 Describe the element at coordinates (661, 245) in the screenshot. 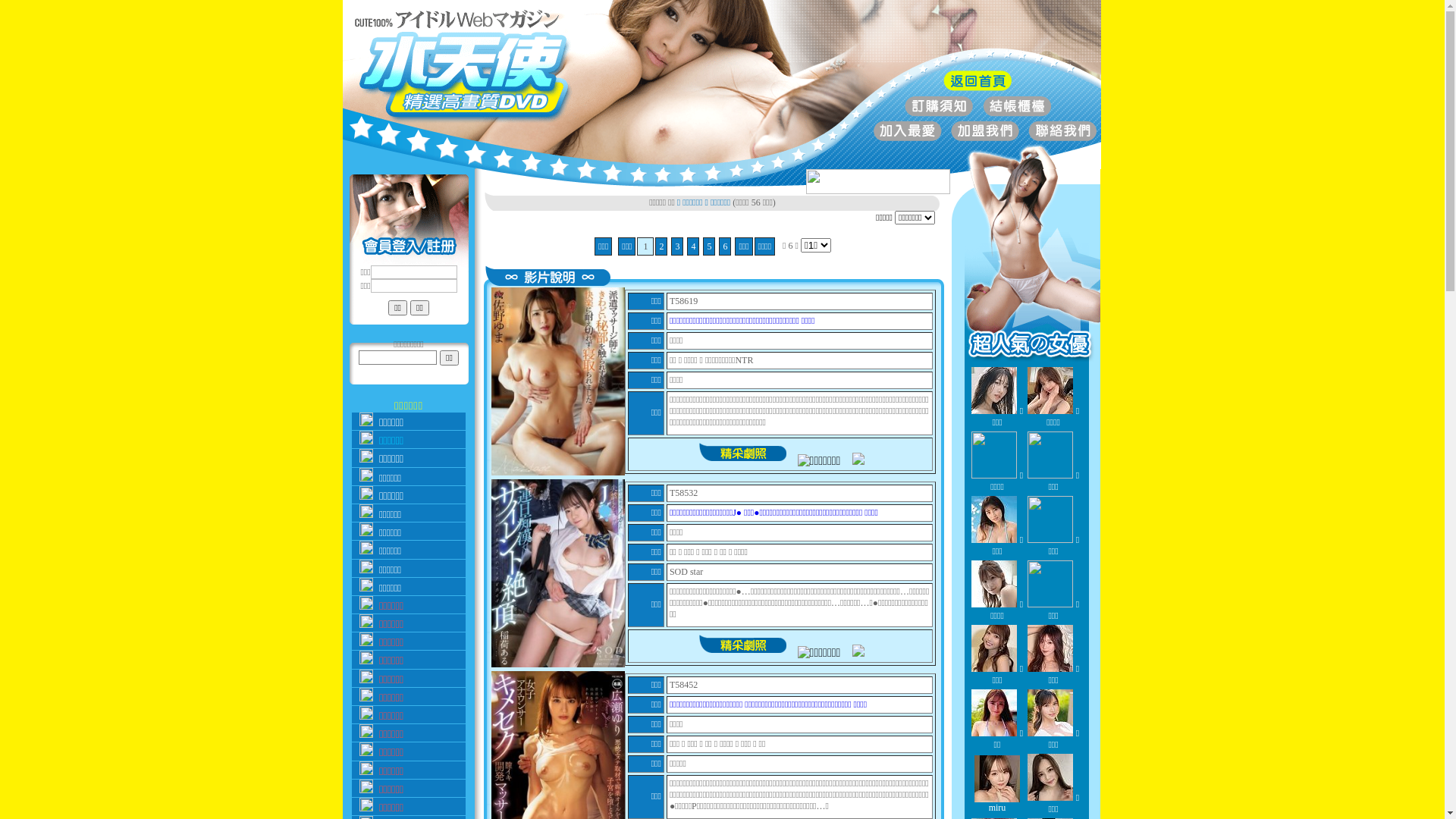

I see `'2'` at that location.